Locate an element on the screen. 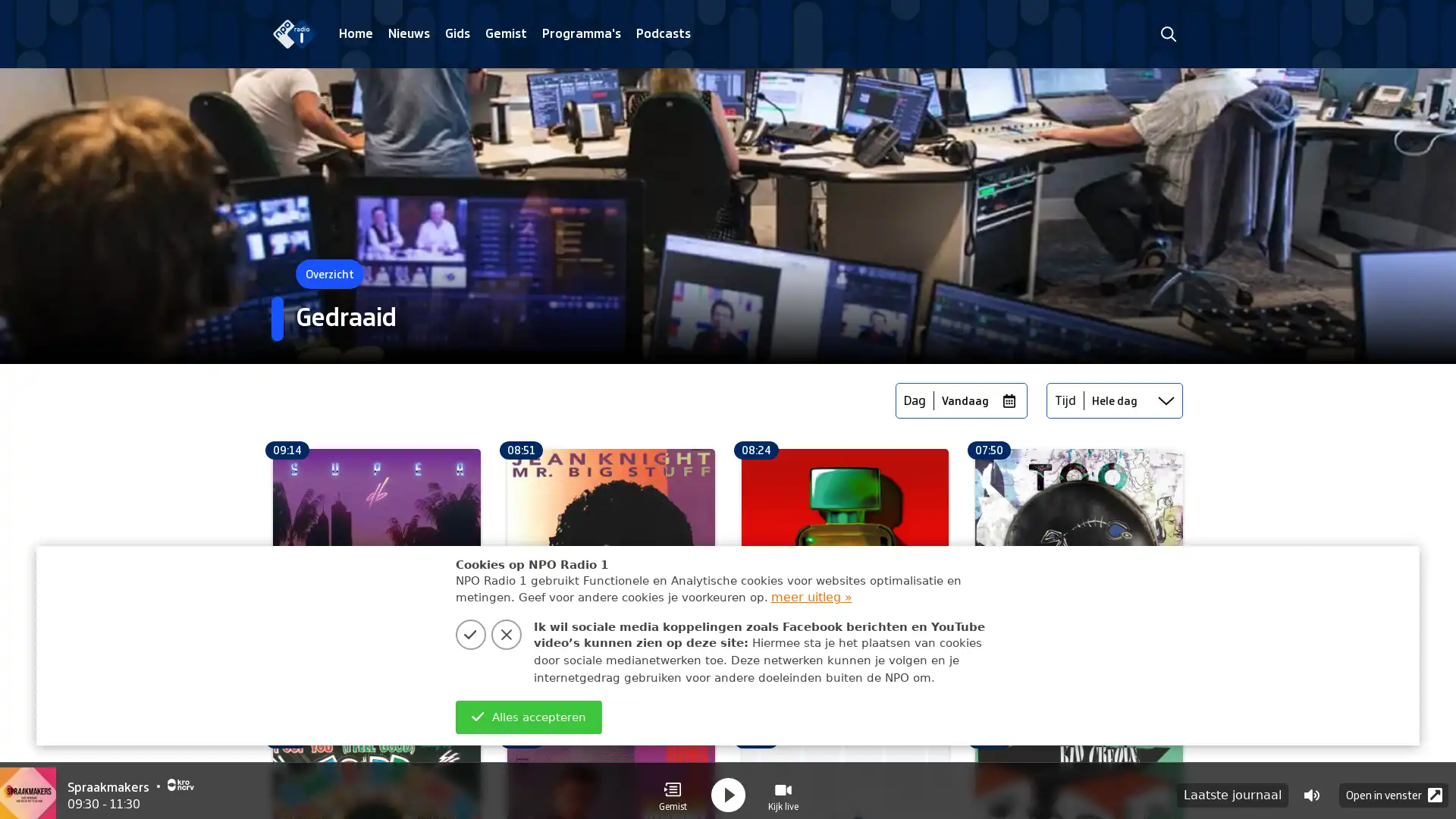  Laatste journaal is located at coordinates (1232, 786).